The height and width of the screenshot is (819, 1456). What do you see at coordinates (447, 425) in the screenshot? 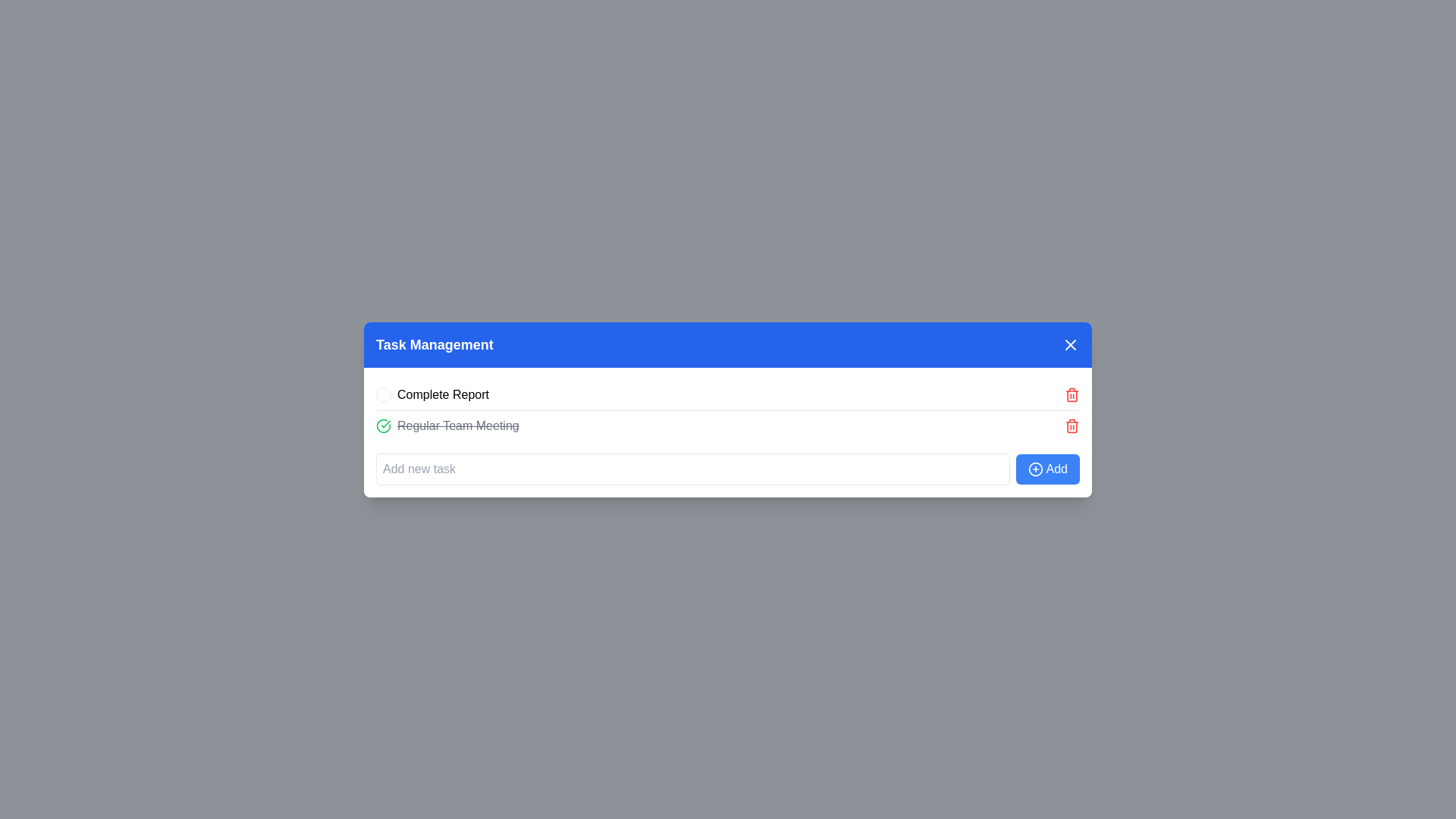
I see `the Task item labeled 'Regular Team Meeting' which has a strikethrough and is preceded by a green checkmark icon, located under 'Task Management.'` at bounding box center [447, 425].